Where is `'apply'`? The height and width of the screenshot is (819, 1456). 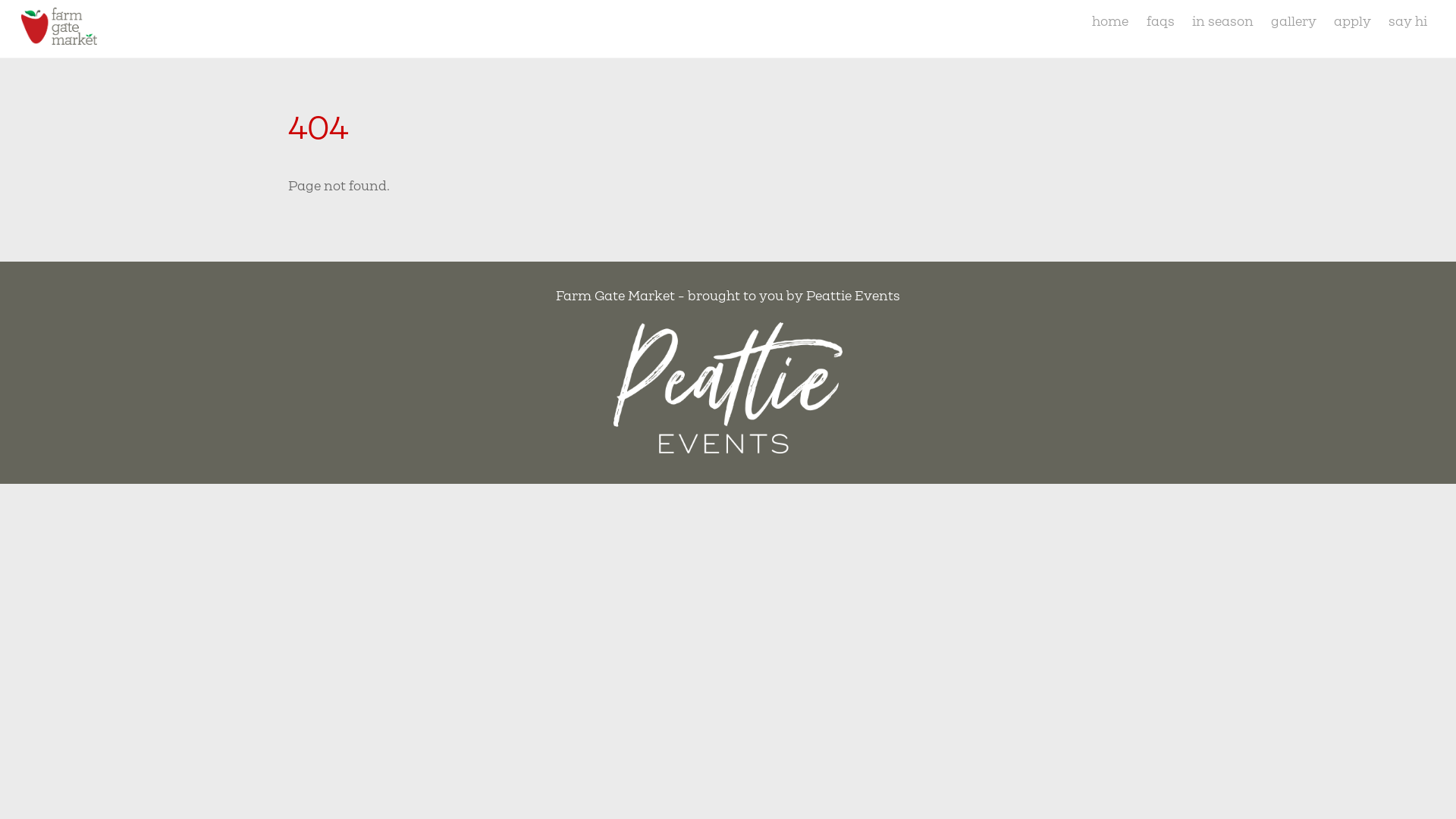 'apply' is located at coordinates (1353, 20).